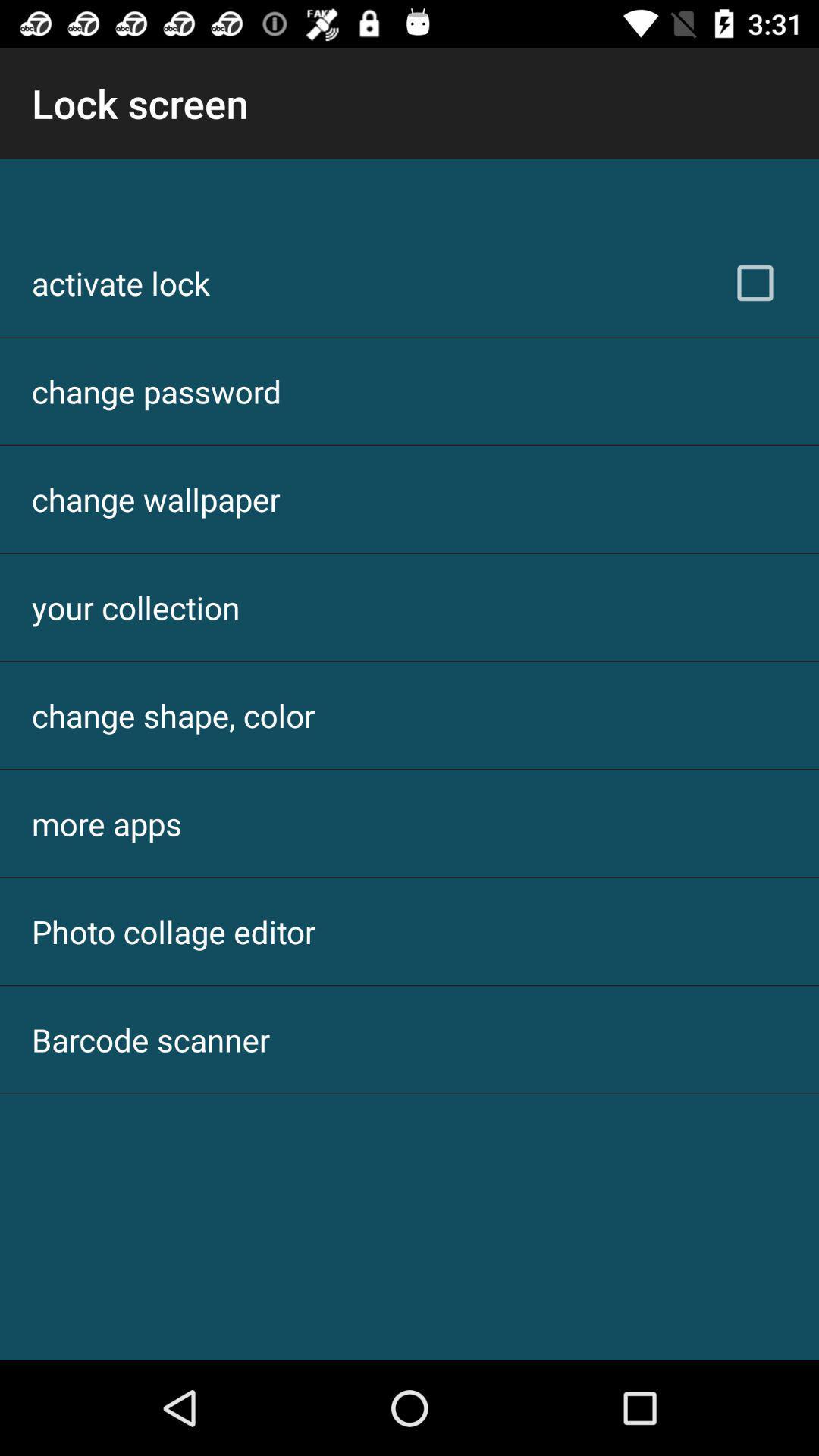  Describe the element at coordinates (151, 1039) in the screenshot. I see `barcode scanner app` at that location.